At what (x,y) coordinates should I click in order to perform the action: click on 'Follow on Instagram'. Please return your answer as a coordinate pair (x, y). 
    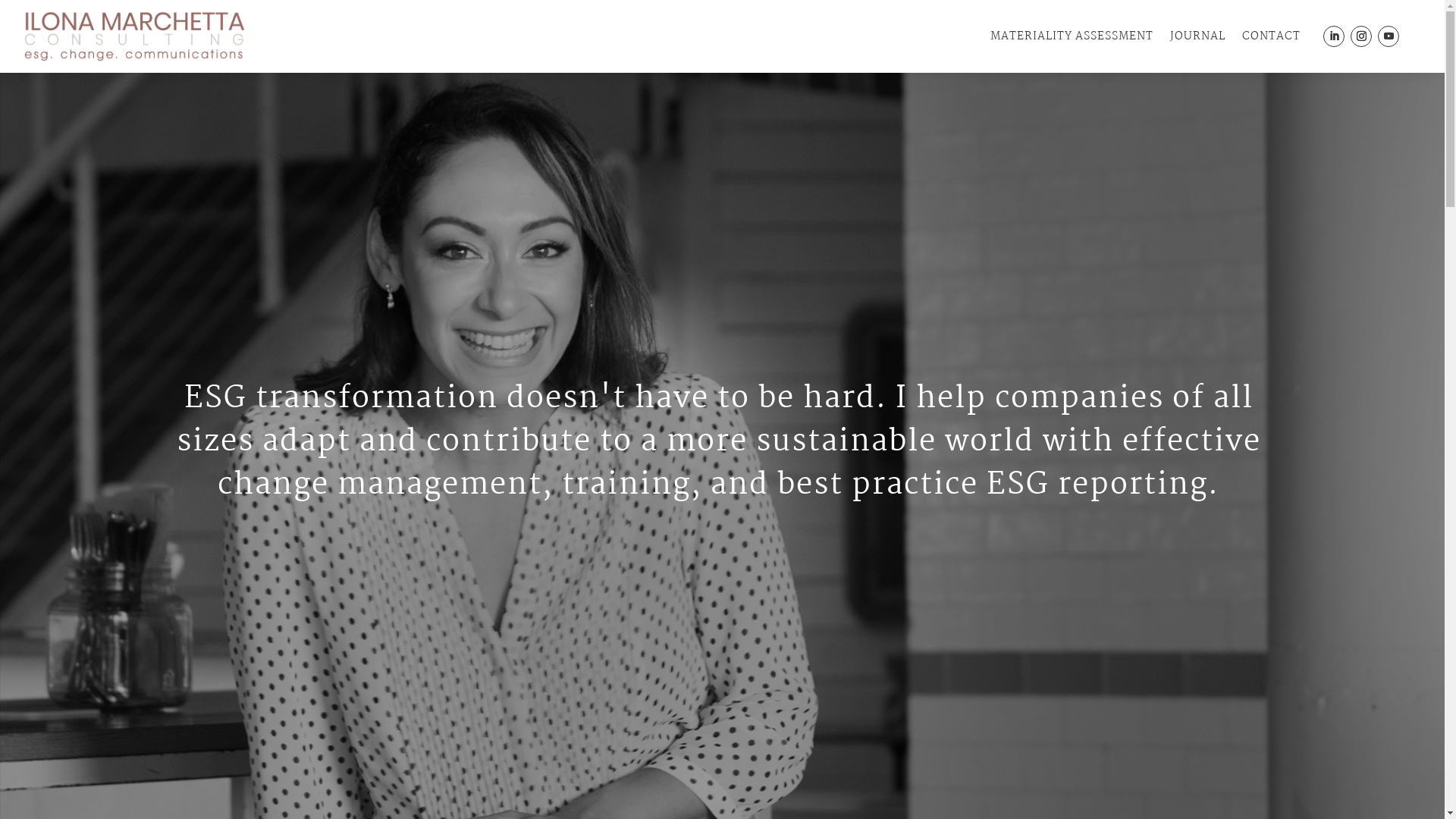
    Looking at the image, I should click on (1361, 35).